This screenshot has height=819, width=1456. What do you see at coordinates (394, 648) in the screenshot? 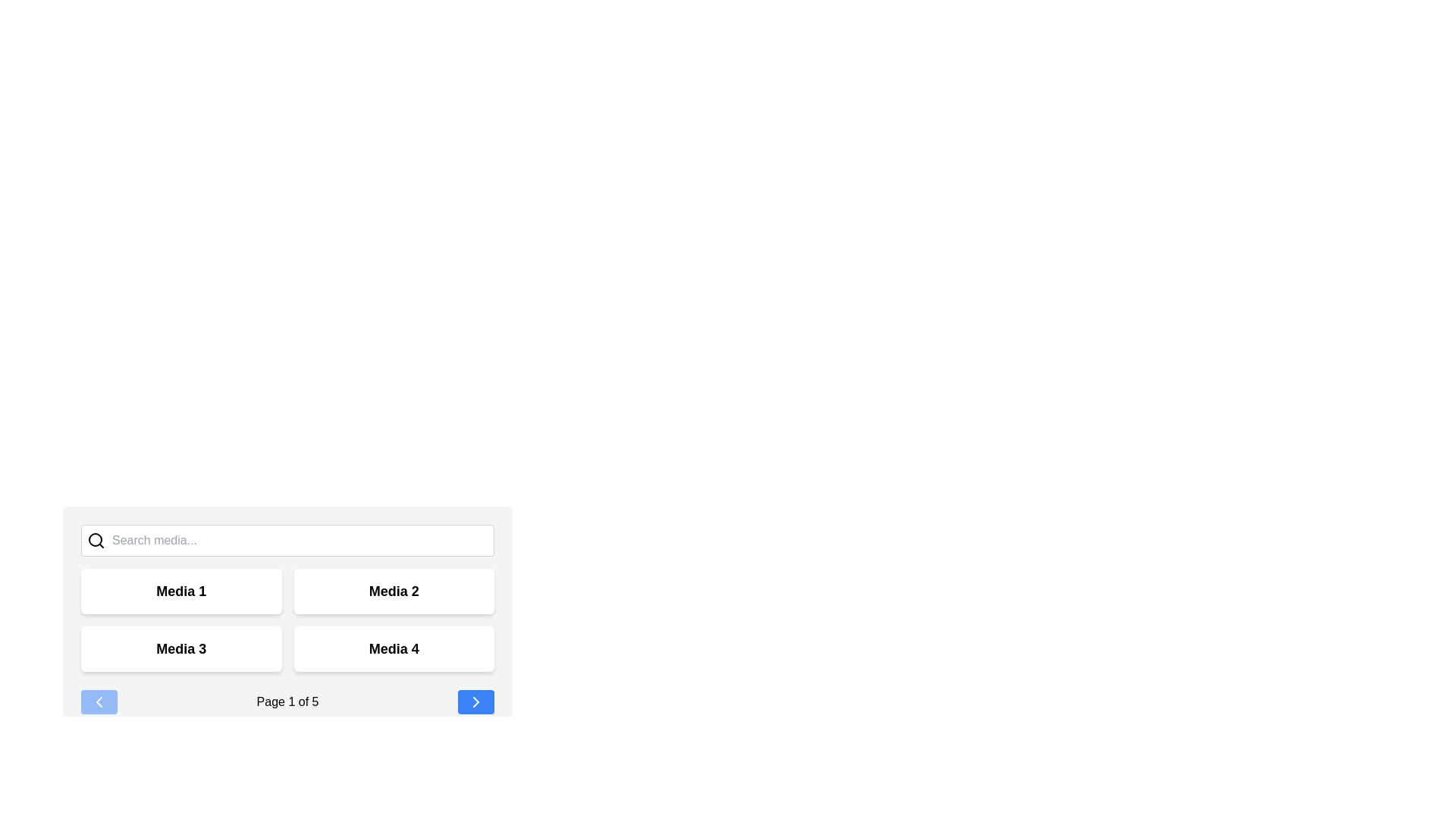
I see `text from the Text label displaying 'Media 4', located at the bottom-right corner of the grid layout under 'Media 3'` at bounding box center [394, 648].